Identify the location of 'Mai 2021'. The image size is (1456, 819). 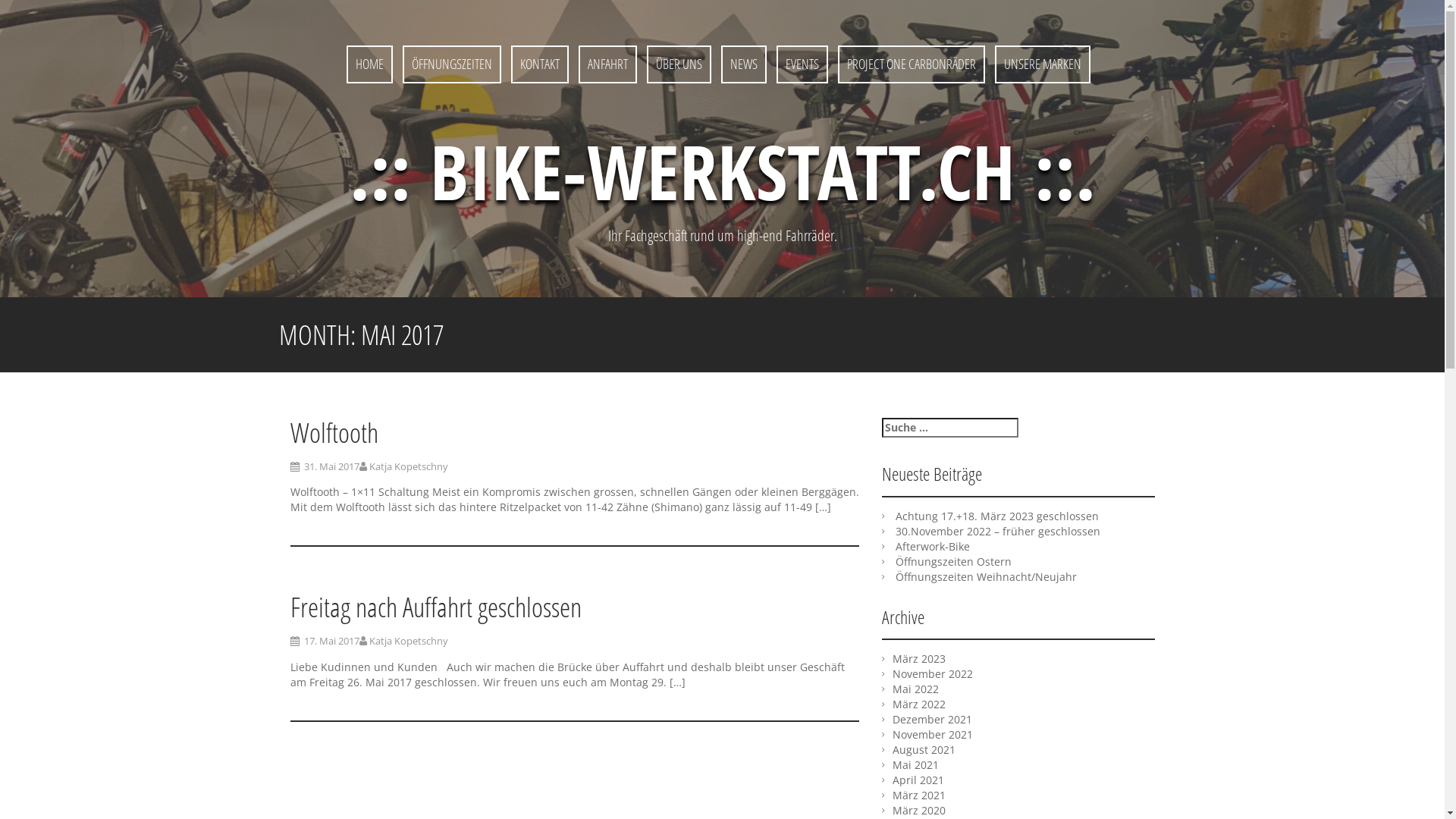
(892, 764).